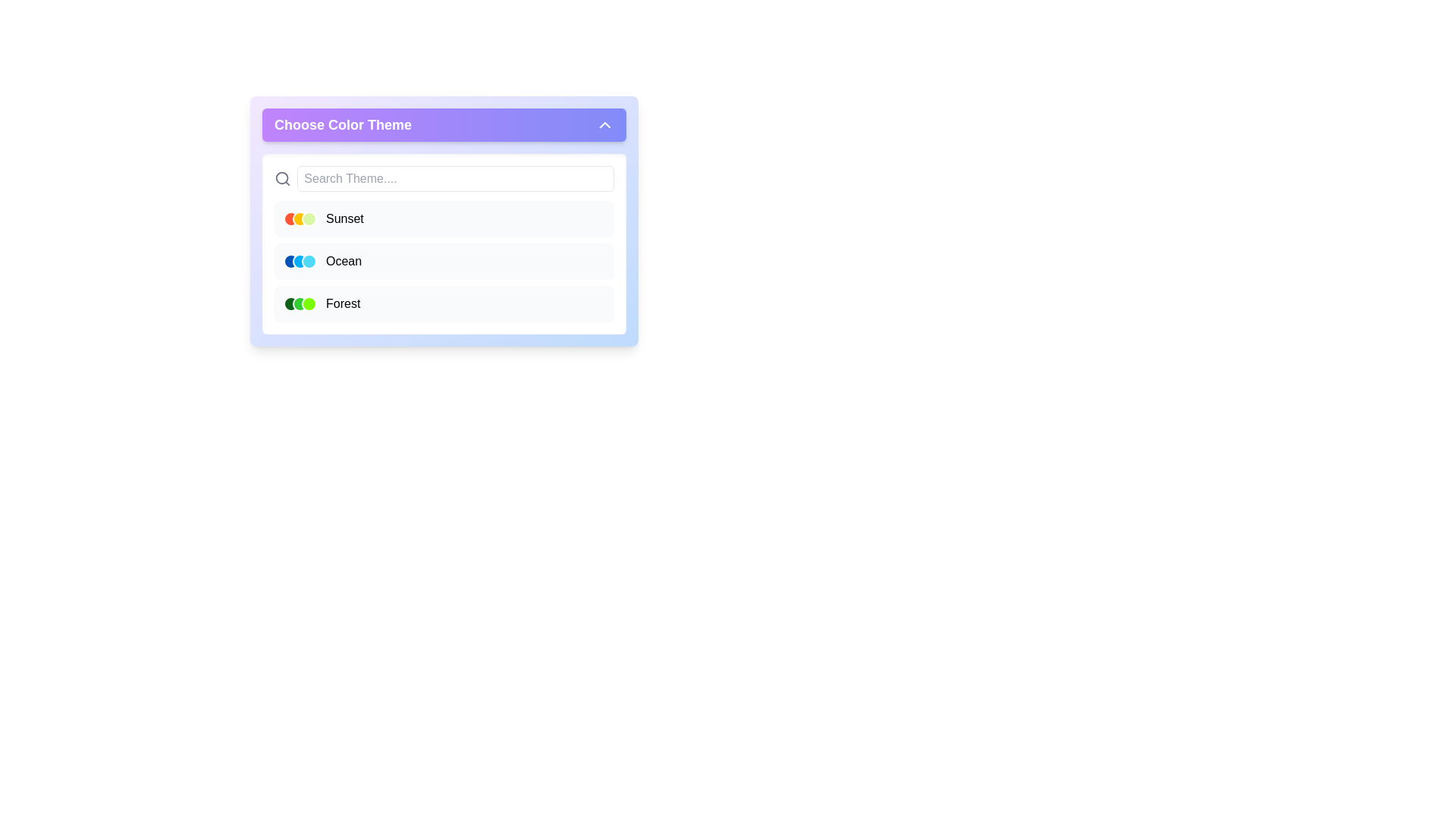 This screenshot has height=819, width=1456. I want to click on the second circular indicator with a green background and white border, so click(300, 304).